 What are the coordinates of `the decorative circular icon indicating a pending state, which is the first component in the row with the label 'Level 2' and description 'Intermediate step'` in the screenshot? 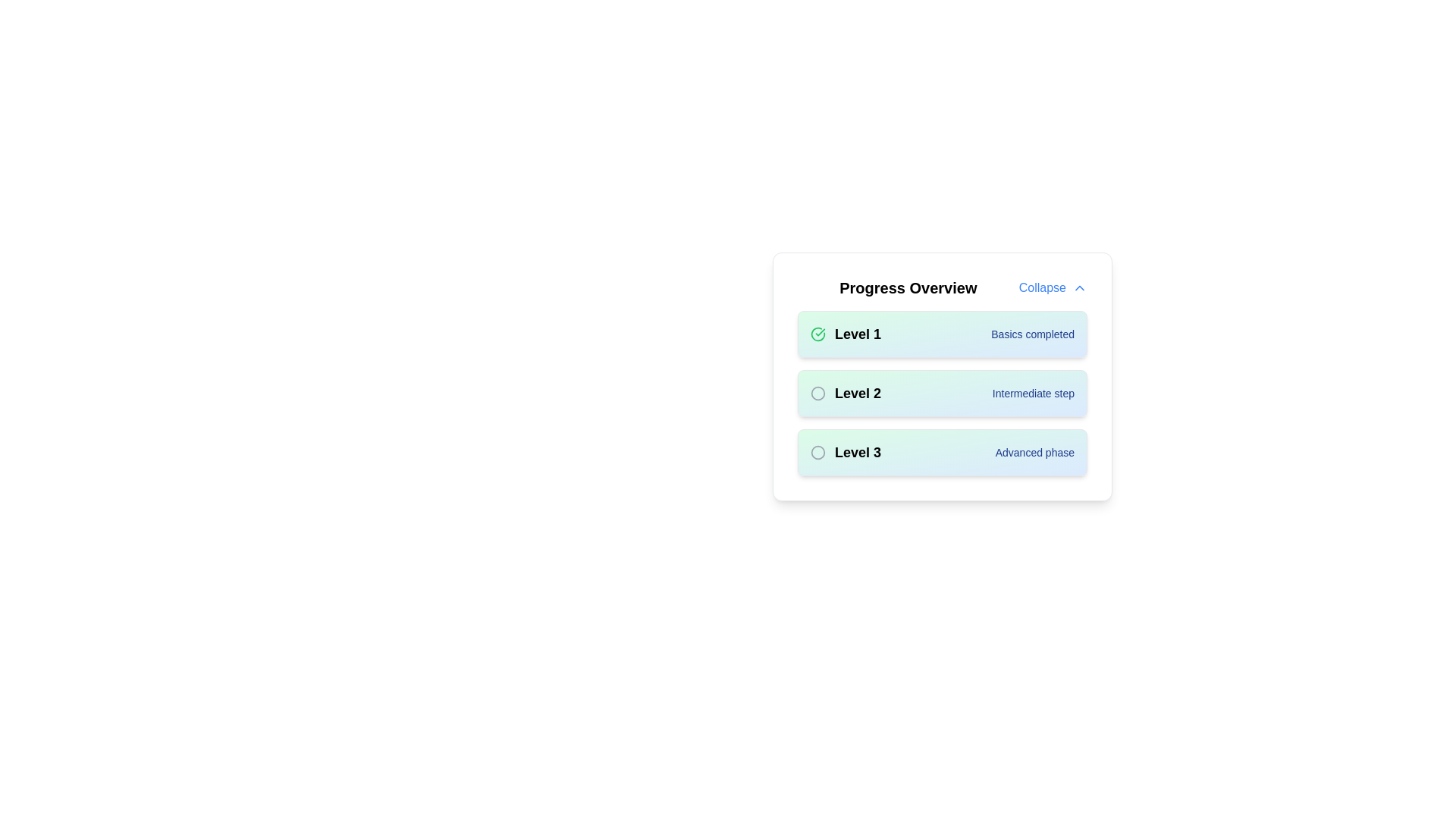 It's located at (817, 393).